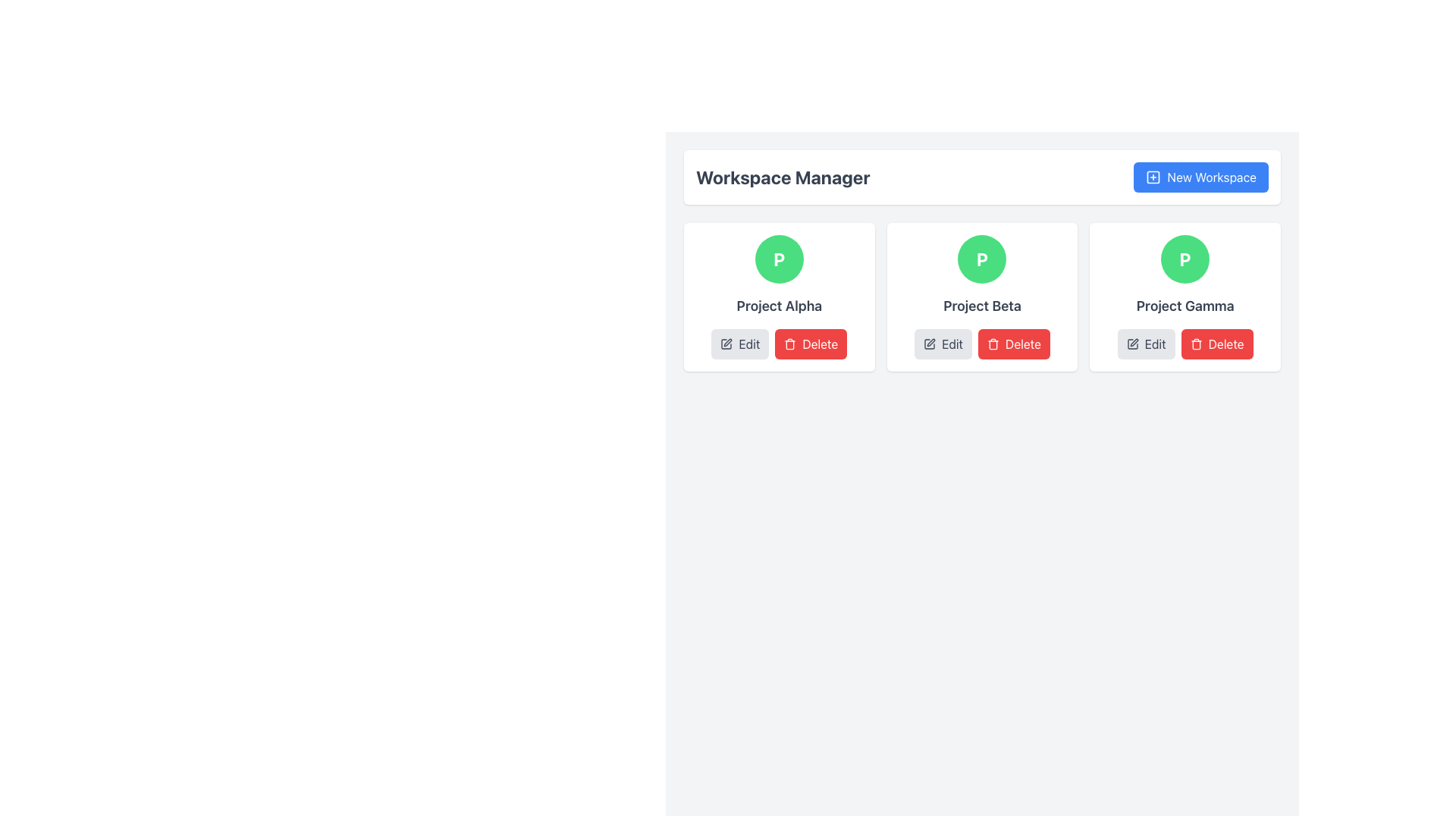  Describe the element at coordinates (1153, 177) in the screenshot. I see `the blue button labeled 'New Workspace' that contains the plus icon, which is represented as a Vector graphic in the SVG` at that location.